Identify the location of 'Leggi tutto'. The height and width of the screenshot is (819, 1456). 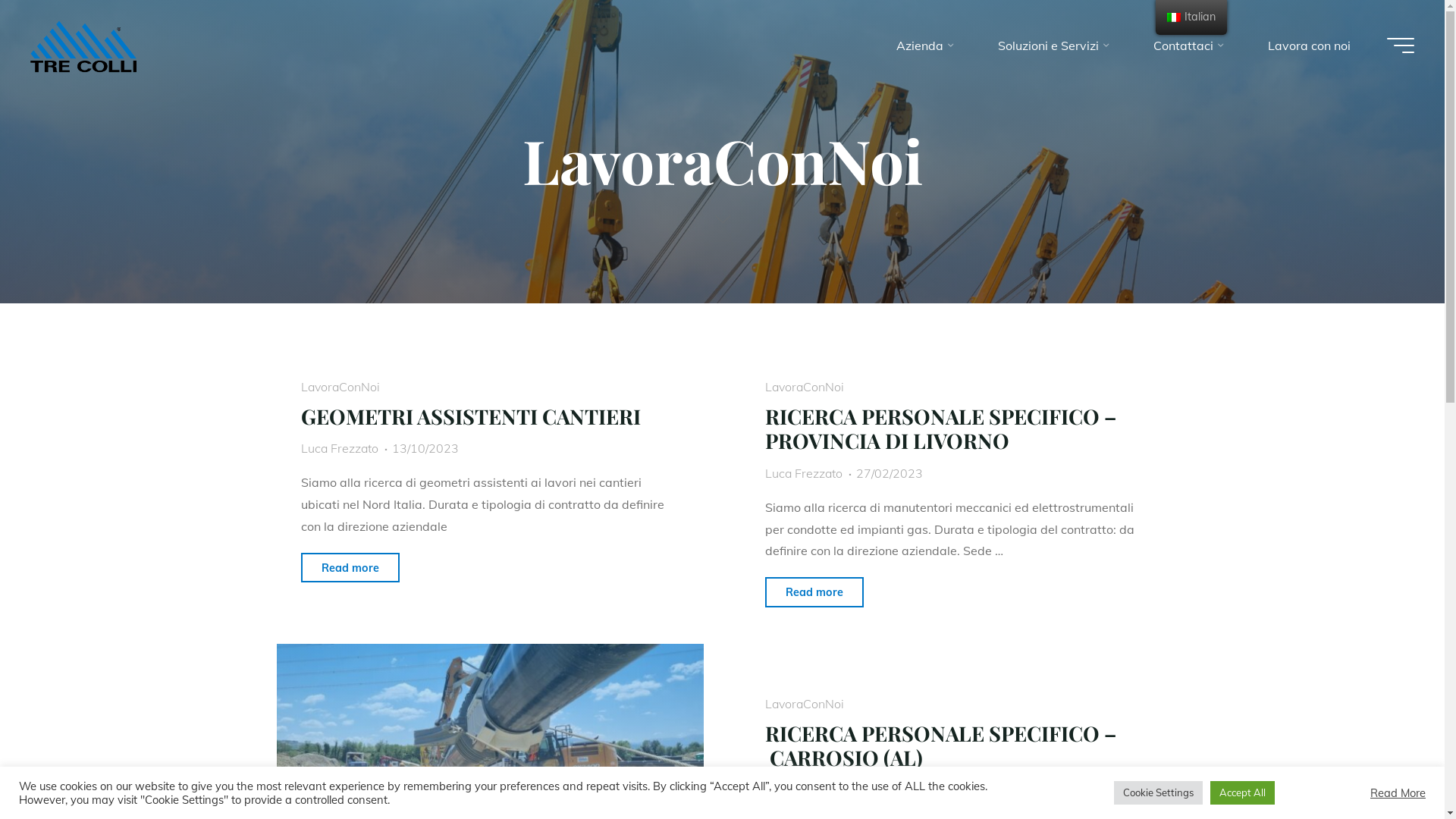
(712, 210).